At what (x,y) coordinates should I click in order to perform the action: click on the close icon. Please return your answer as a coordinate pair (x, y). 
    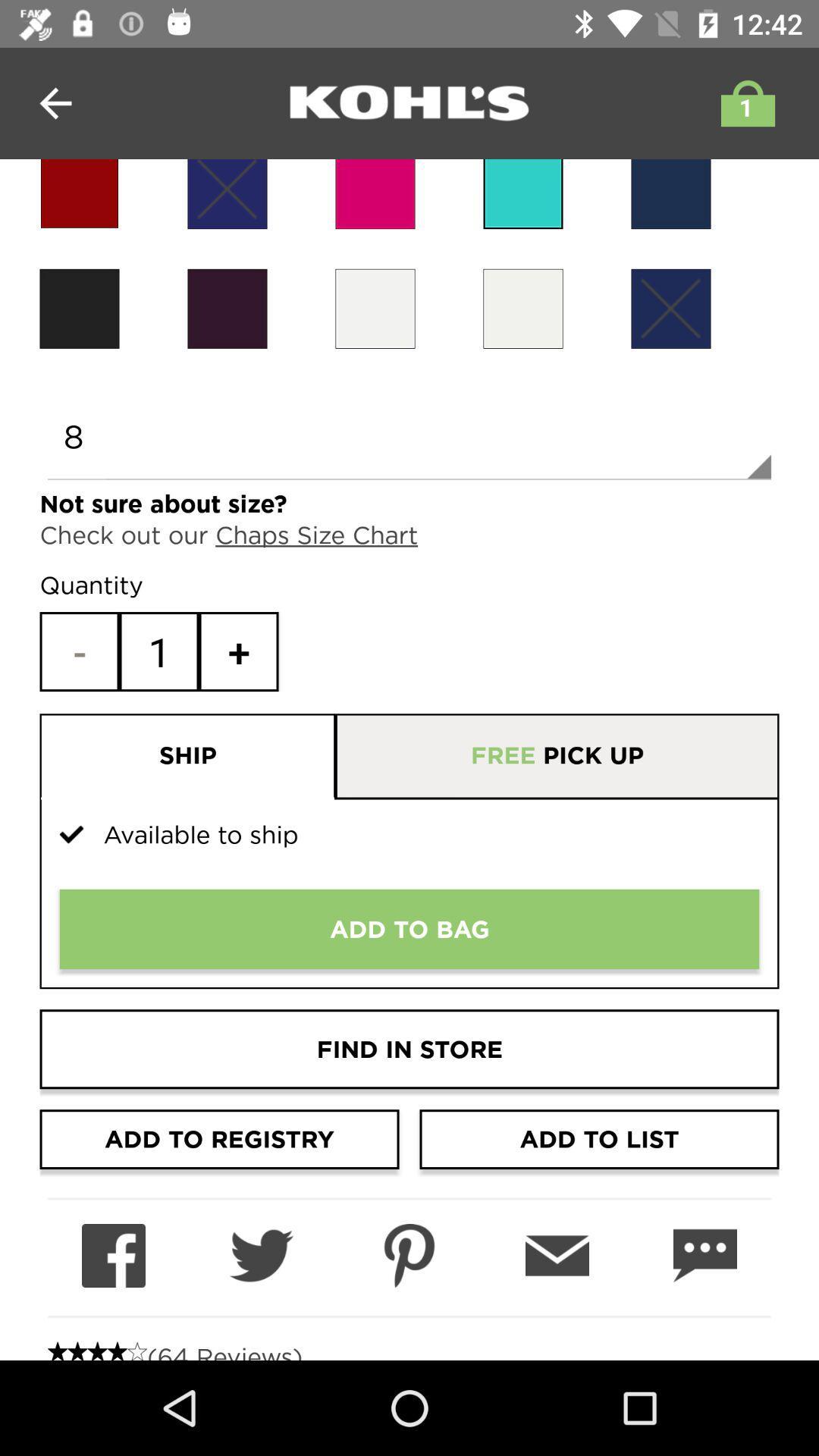
    Looking at the image, I should click on (670, 308).